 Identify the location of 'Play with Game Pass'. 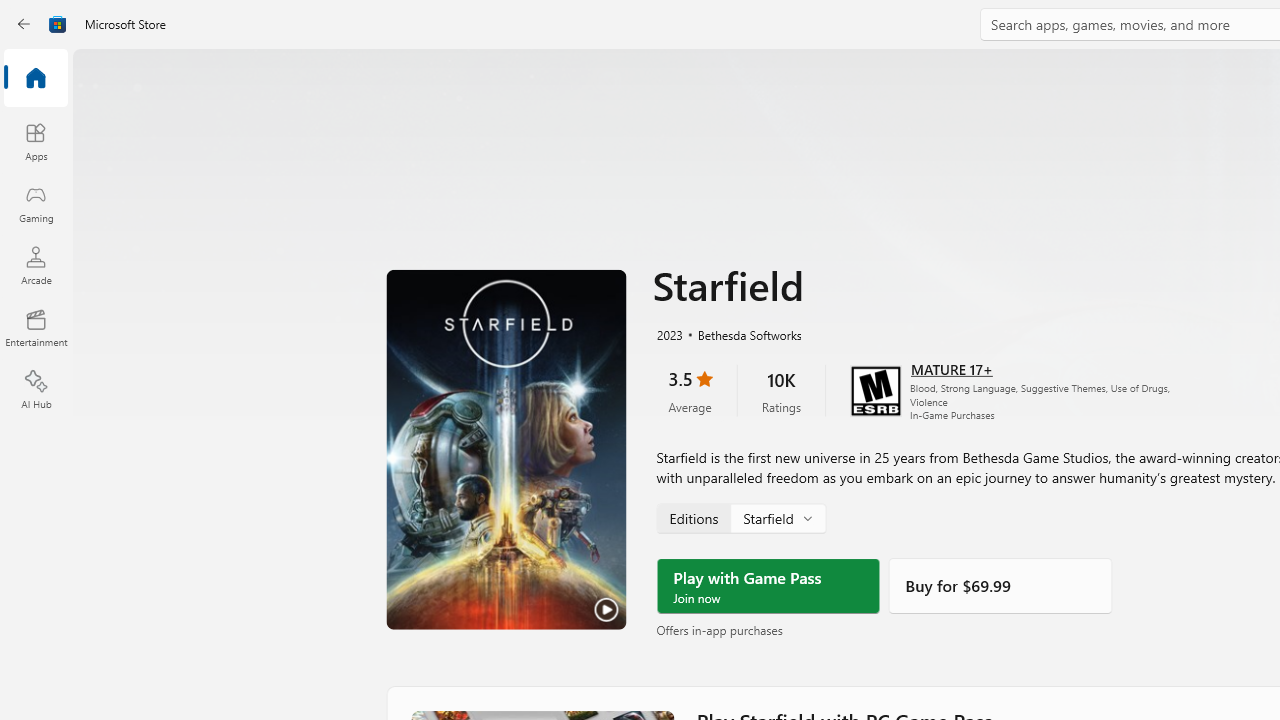
(767, 585).